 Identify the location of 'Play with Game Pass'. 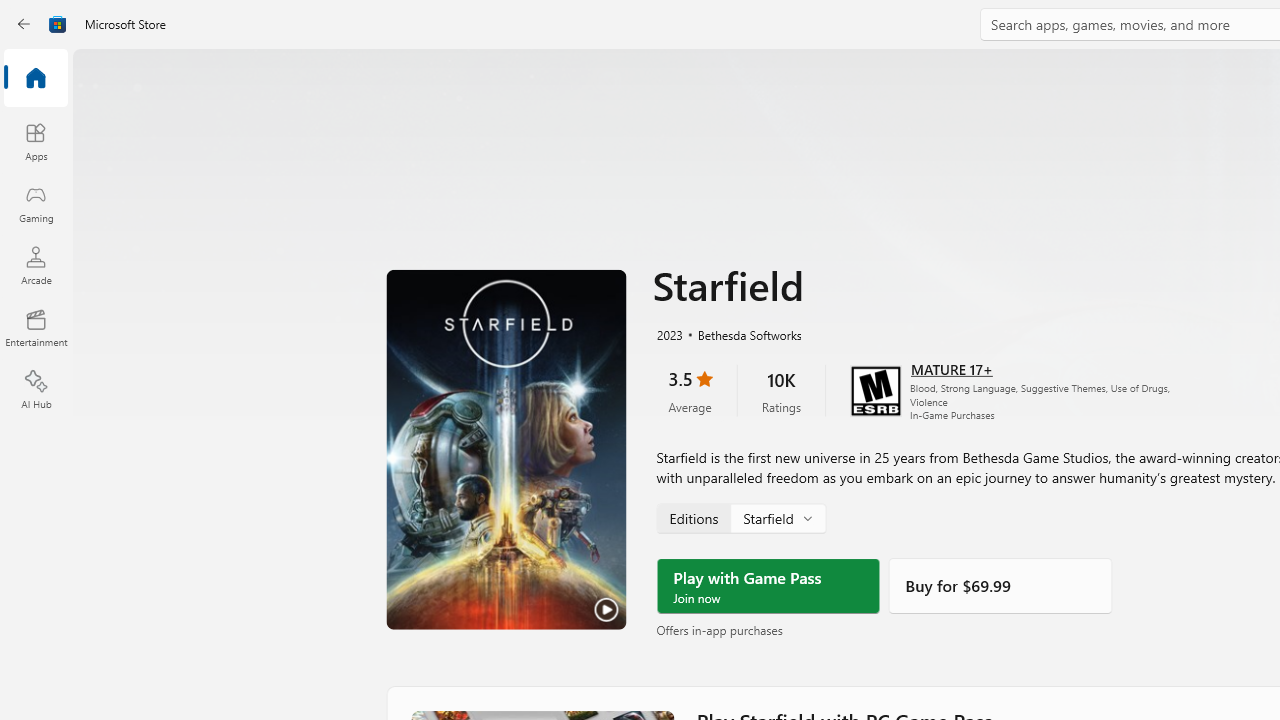
(767, 585).